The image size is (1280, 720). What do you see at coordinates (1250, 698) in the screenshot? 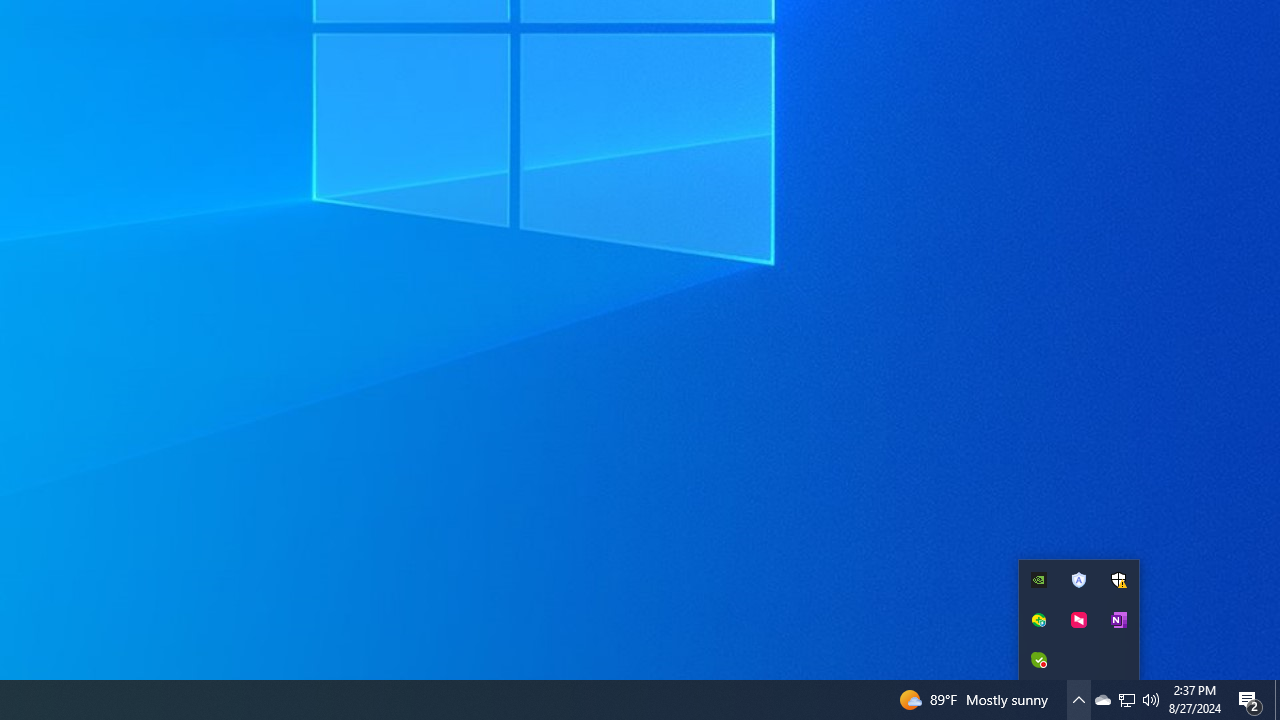
I see `'Action Center, 2 new notifications'` at bounding box center [1250, 698].